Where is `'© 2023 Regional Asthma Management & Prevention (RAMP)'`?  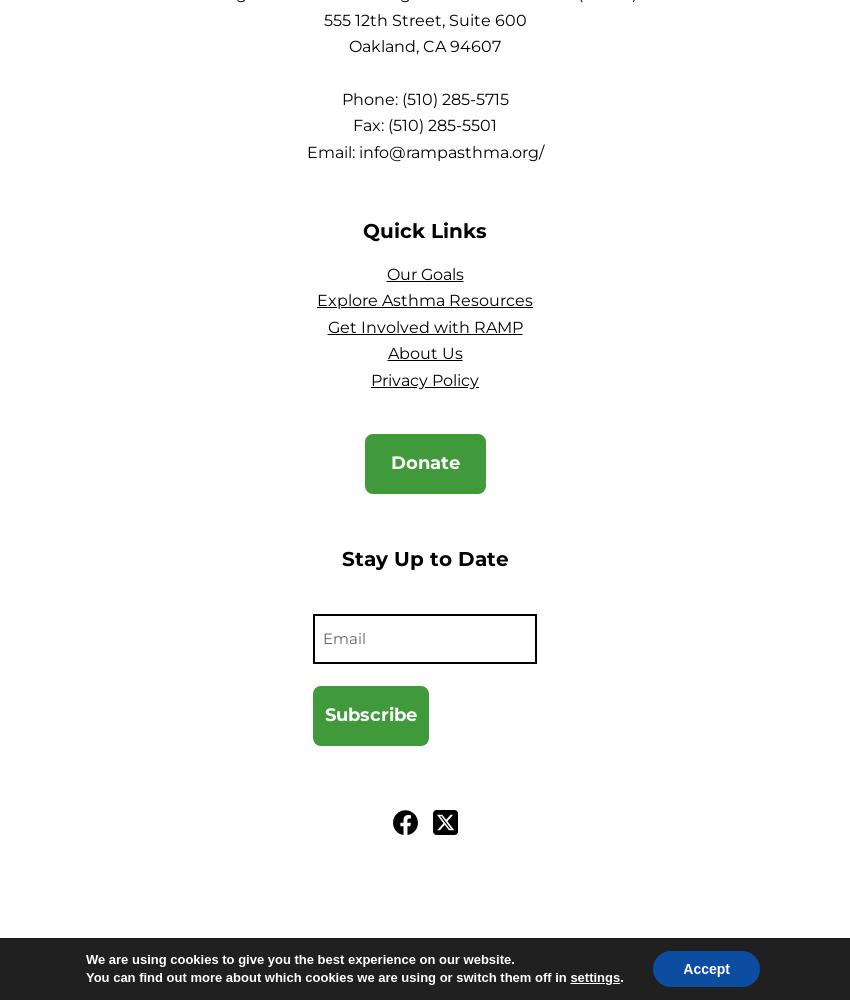 '© 2023 Regional Asthma Management & Prevention (RAMP)' is located at coordinates (267, 947).